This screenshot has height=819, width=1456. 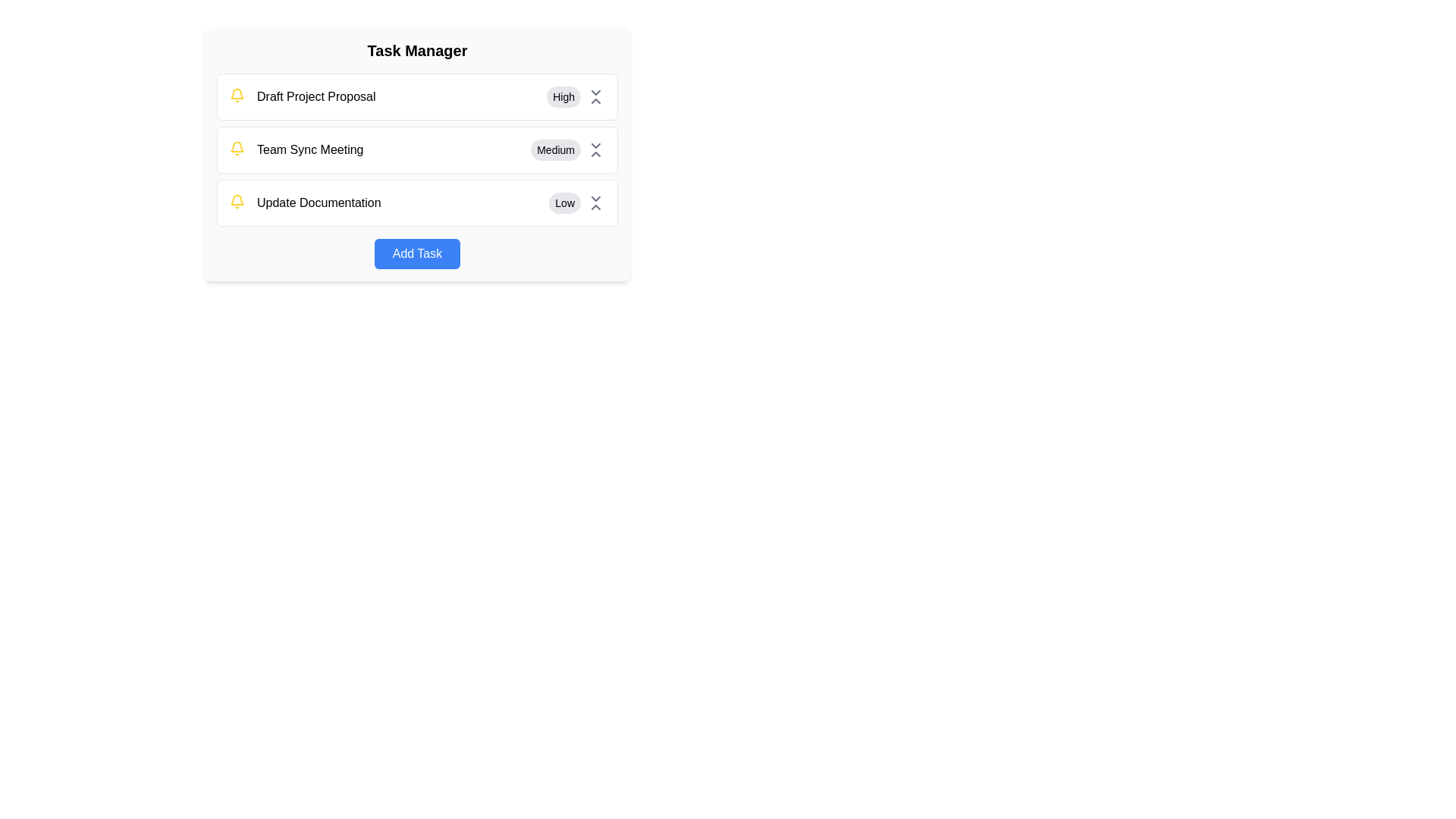 I want to click on the text label displaying 'Draft Project Proposal', so click(x=302, y=96).